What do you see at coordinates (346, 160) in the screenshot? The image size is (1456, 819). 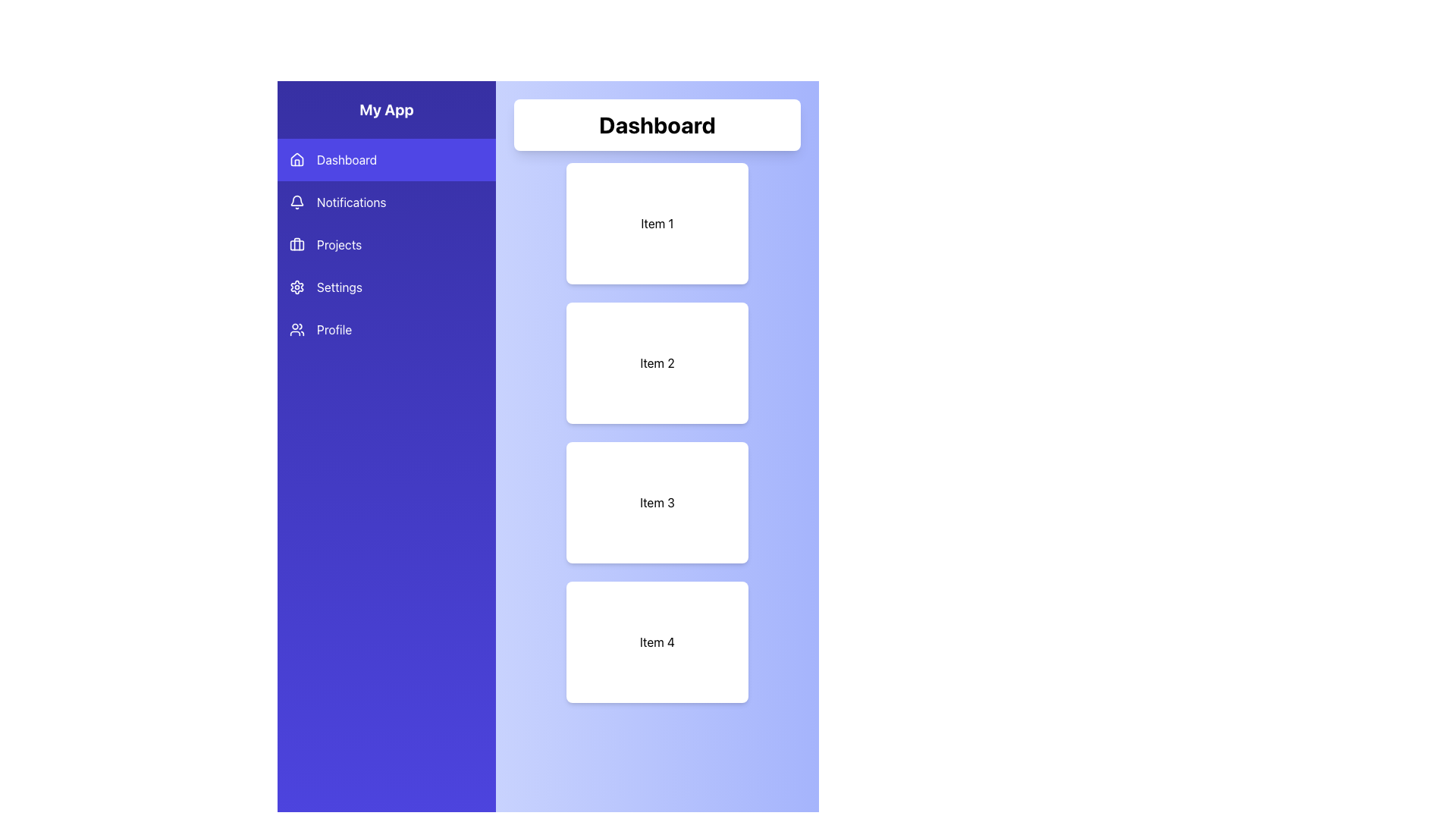 I see `the 'Dashboard' text label, which is styled with white text on a blue background and located in the vertical navigation menu to trigger hover effects` at bounding box center [346, 160].